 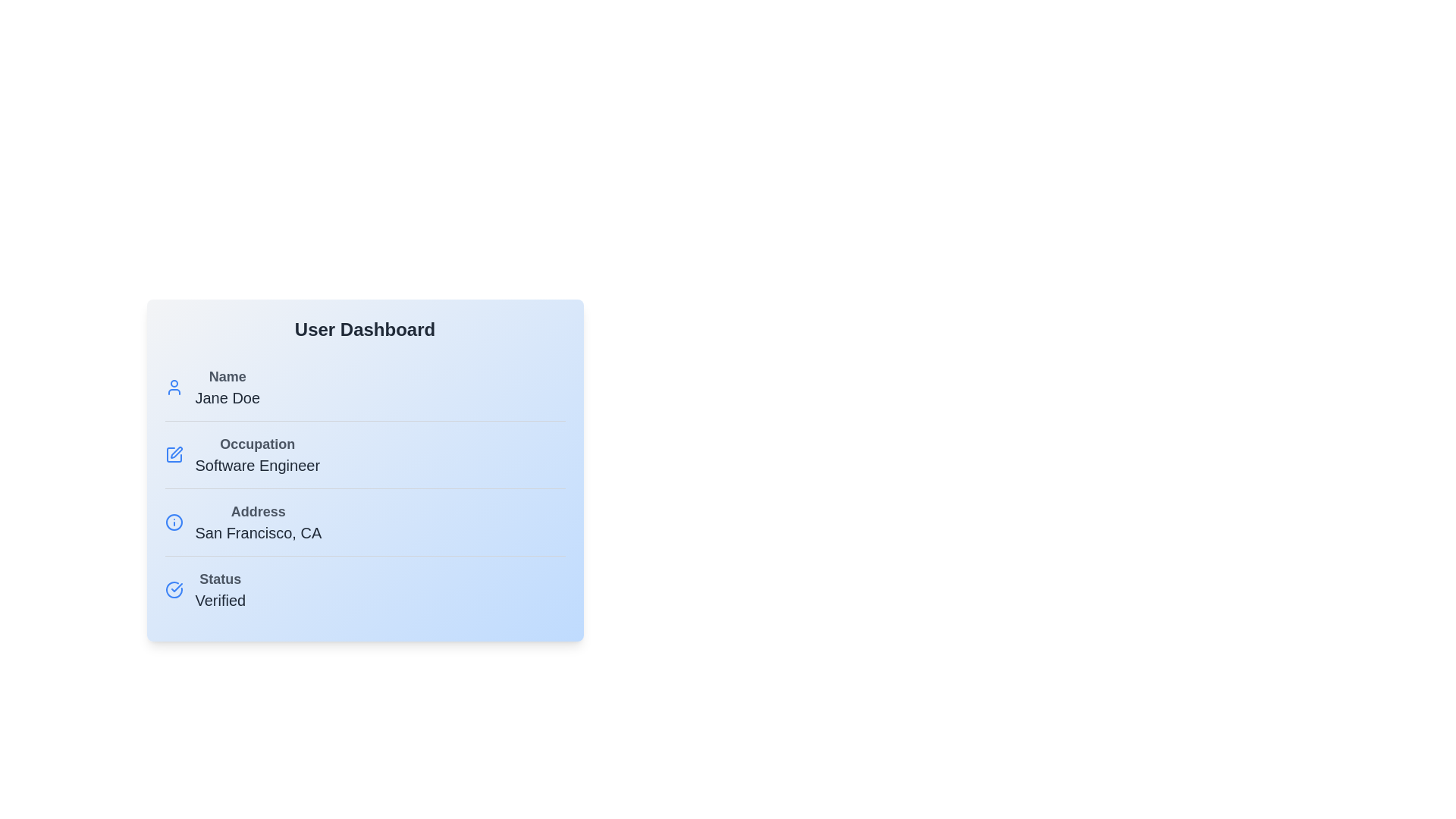 I want to click on the small pen-shaped icon located in the 'Occupation' section of the dashboard, so click(x=176, y=452).